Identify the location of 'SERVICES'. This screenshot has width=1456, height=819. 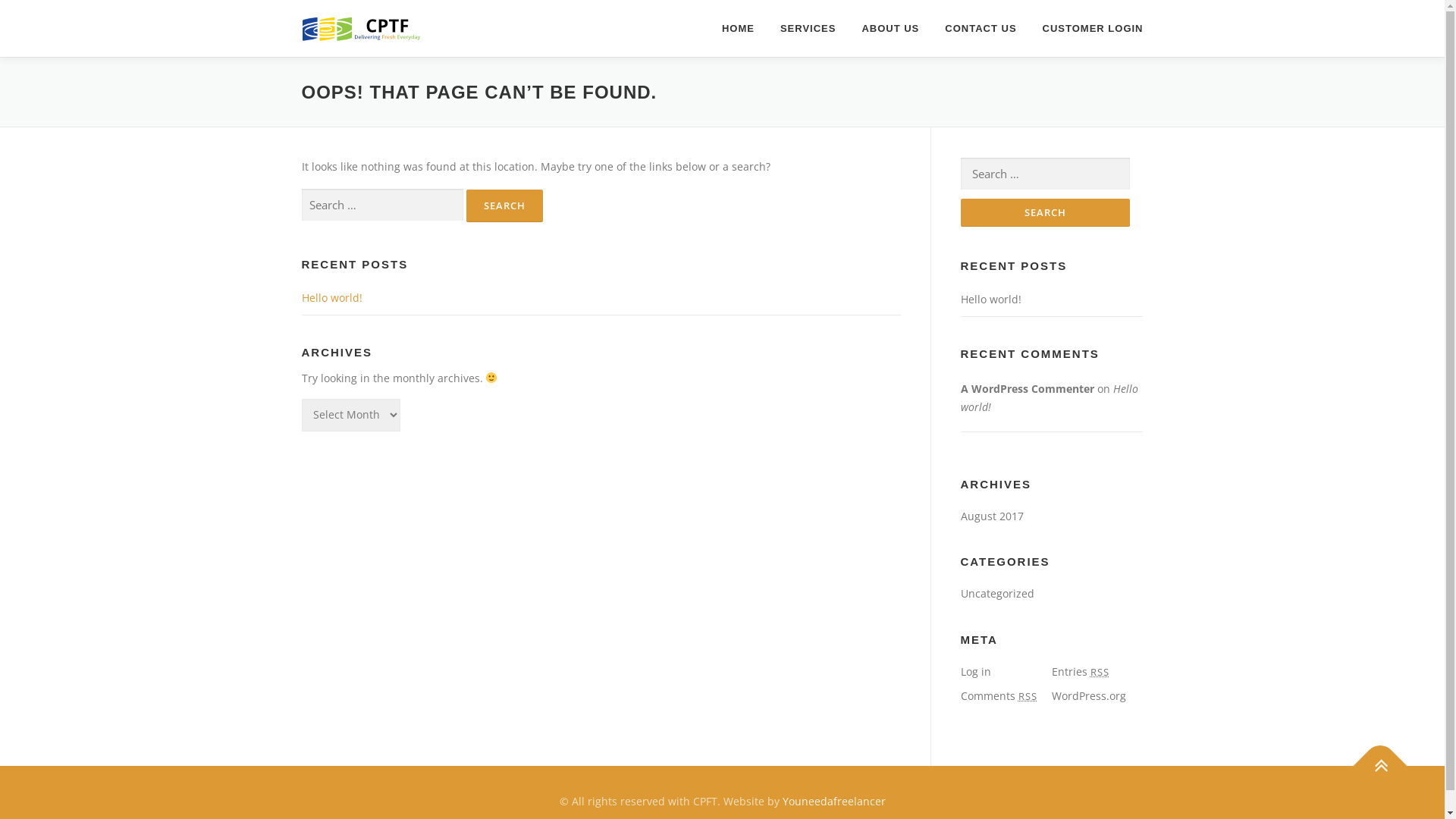
(807, 28).